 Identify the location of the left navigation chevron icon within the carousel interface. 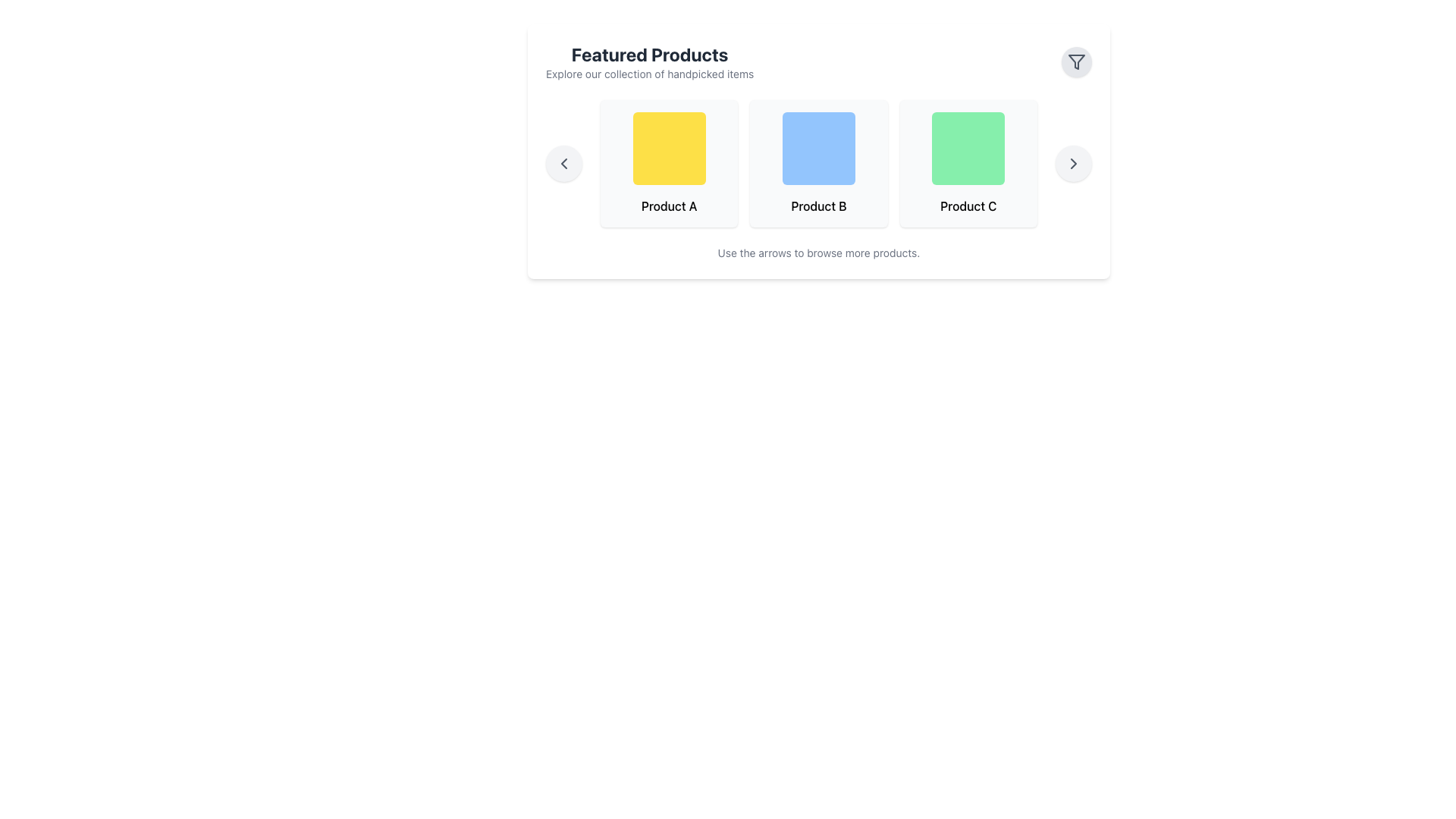
(563, 164).